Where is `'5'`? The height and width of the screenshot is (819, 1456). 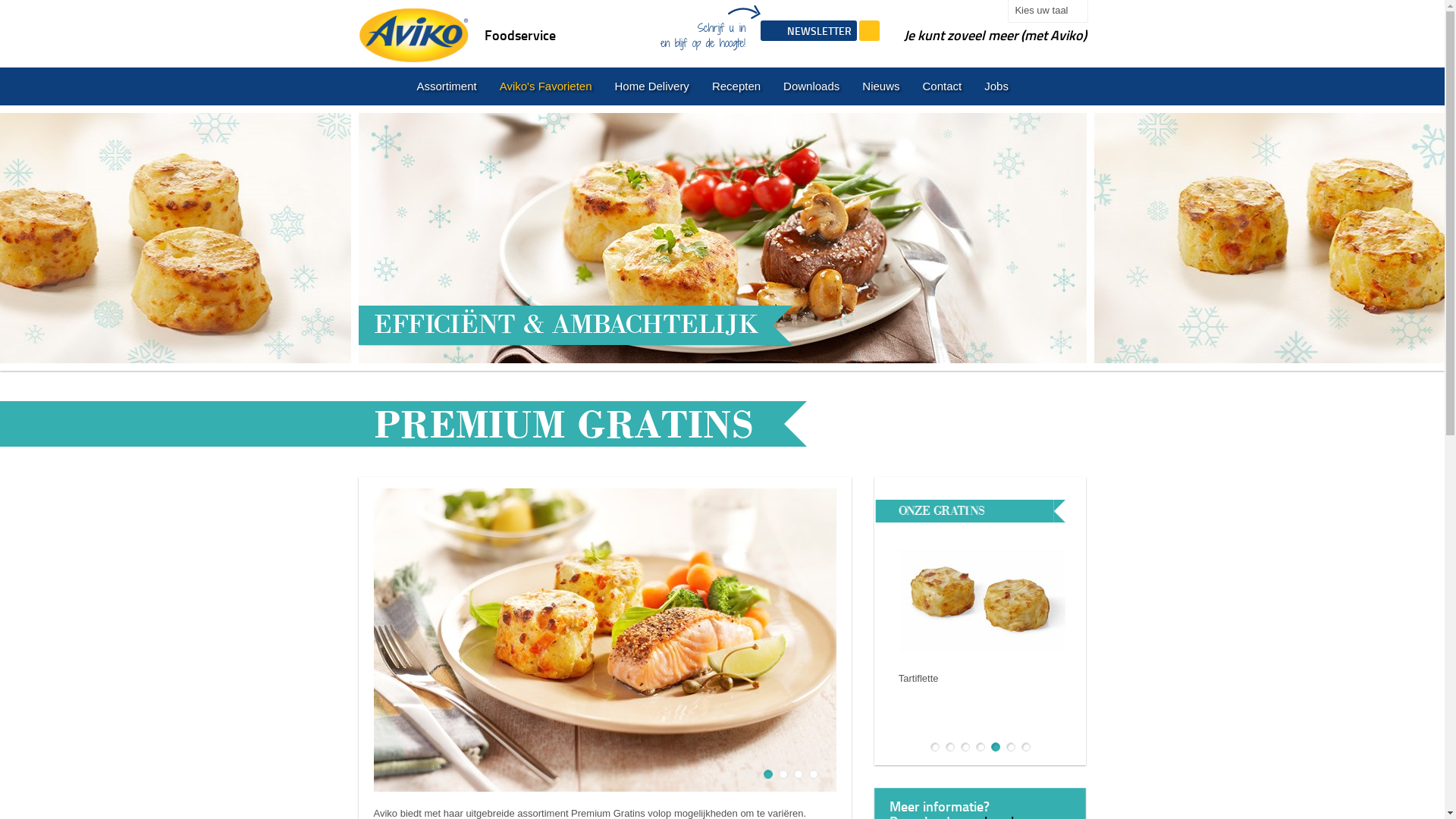
'5' is located at coordinates (996, 745).